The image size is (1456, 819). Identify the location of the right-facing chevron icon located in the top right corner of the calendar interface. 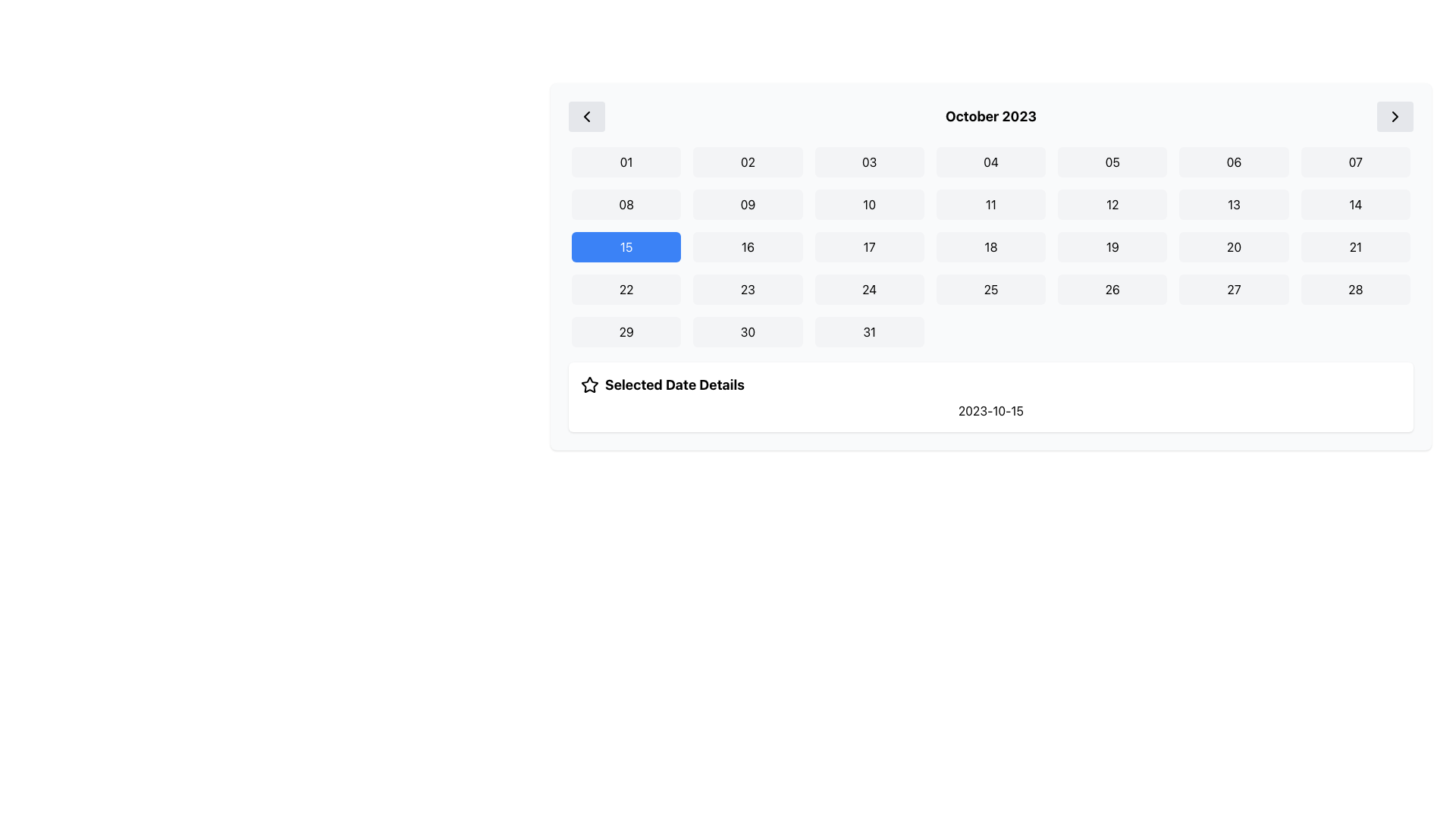
(1395, 116).